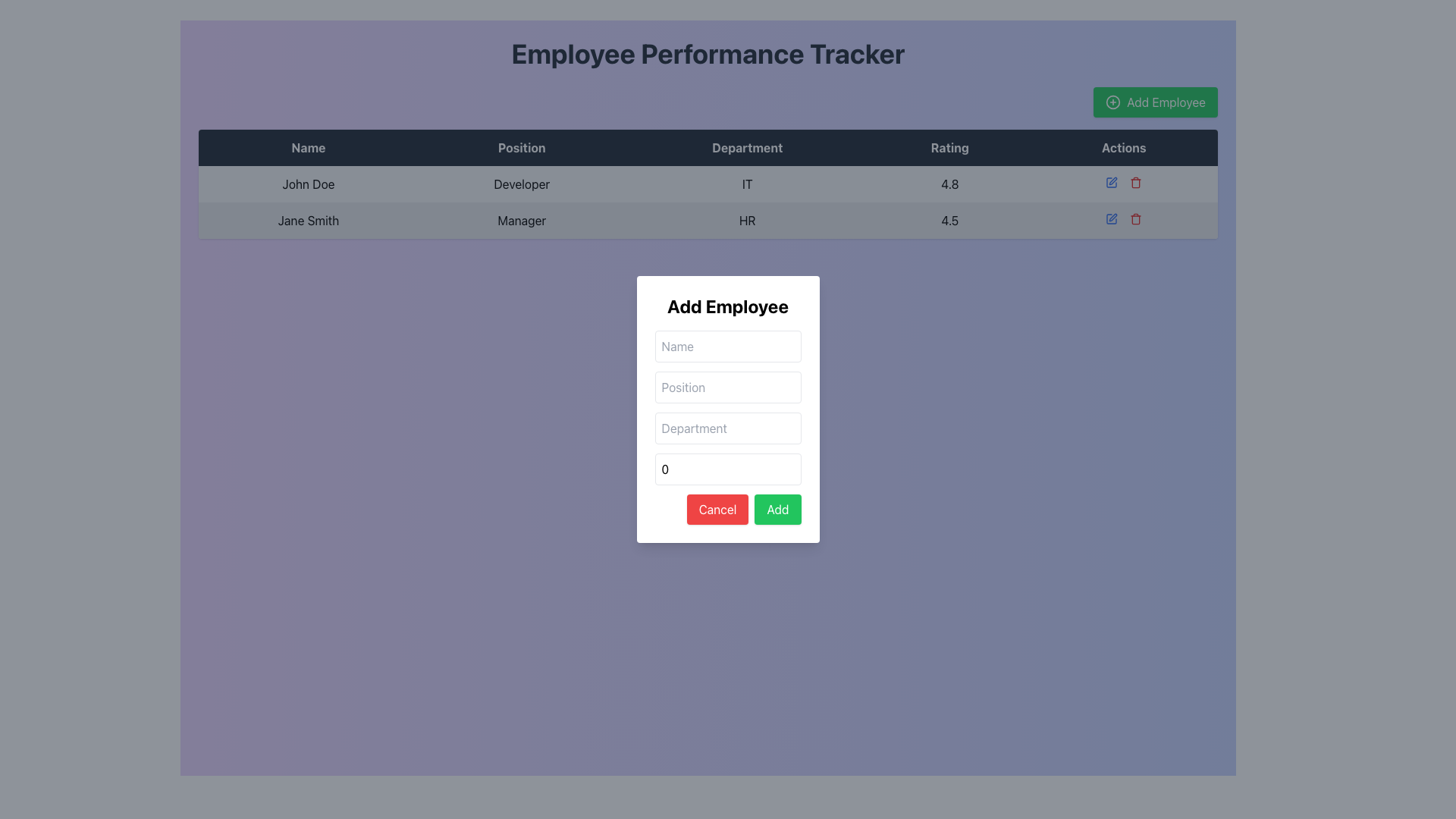  I want to click on the 'Employee Performance Tracker' title at the top of the interface, which serves for display and navigation purposes, so click(708, 52).